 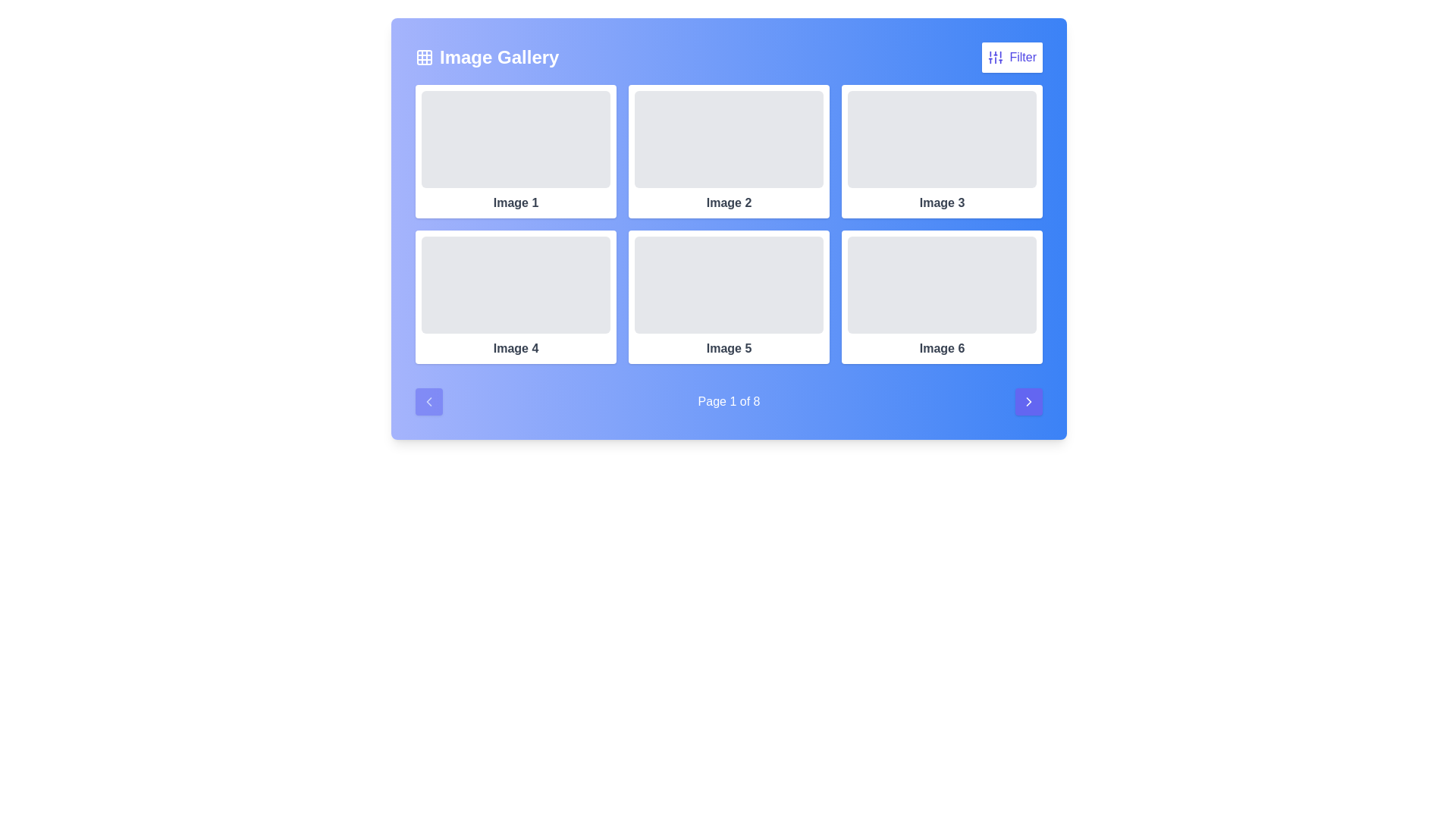 I want to click on the non-interactive header element labeled 'Image Gallery' located in the header section, aligned to the left side, adjacent to the 'Filter' button, so click(x=487, y=57).